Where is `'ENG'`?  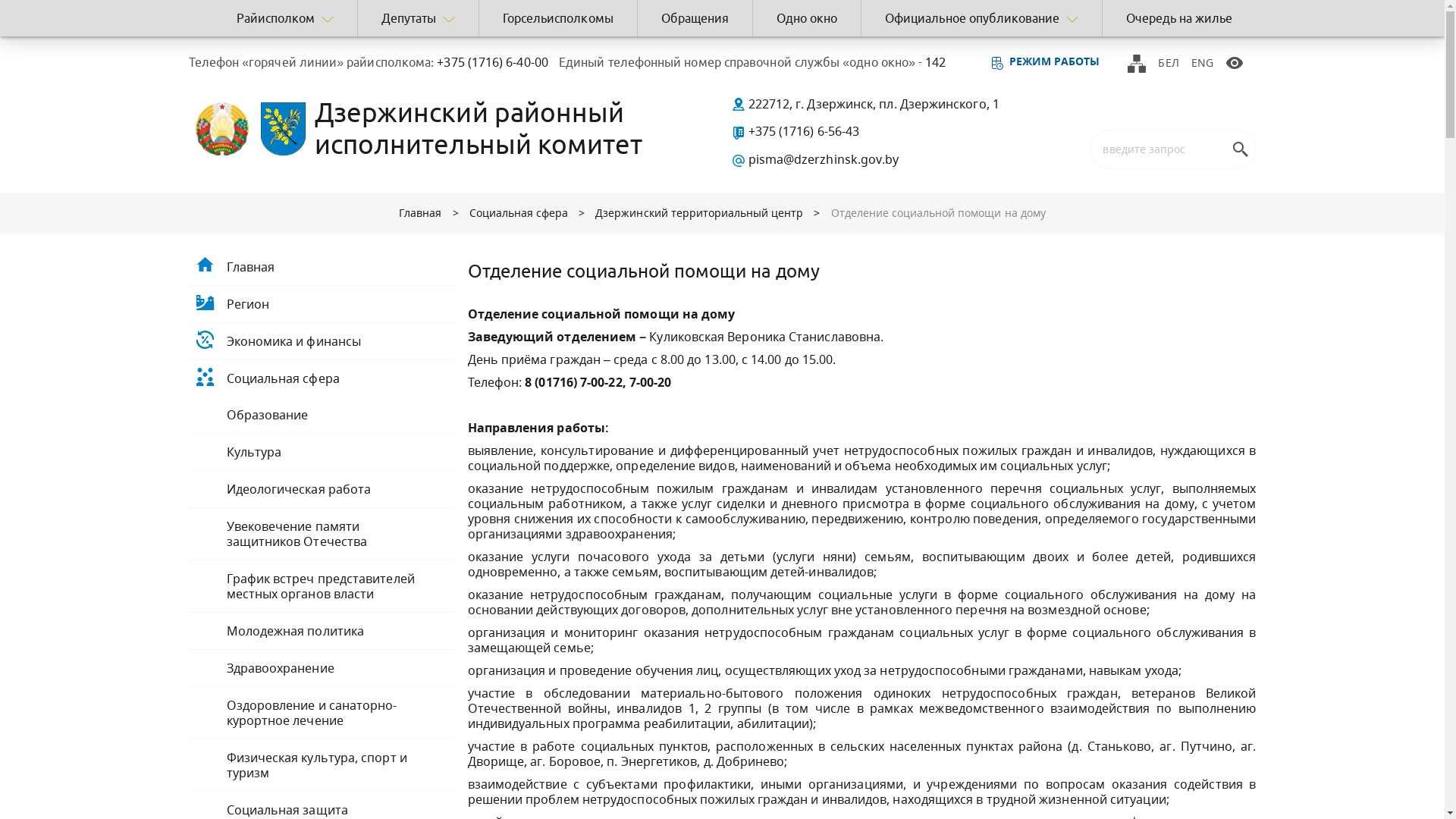
'ENG' is located at coordinates (1201, 61).